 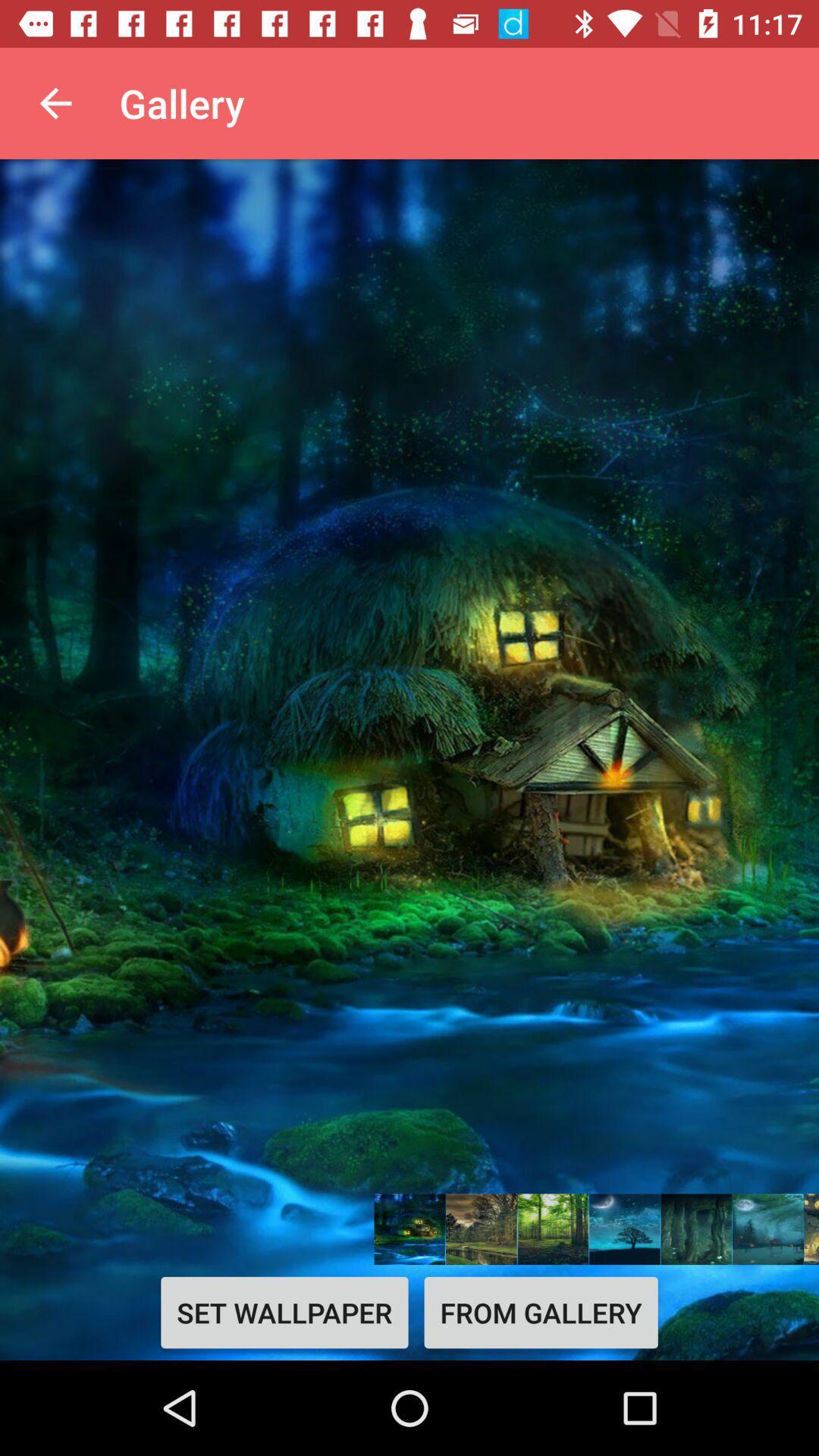 What do you see at coordinates (540, 1312) in the screenshot?
I see `the item to the right of the set wallpaper` at bounding box center [540, 1312].